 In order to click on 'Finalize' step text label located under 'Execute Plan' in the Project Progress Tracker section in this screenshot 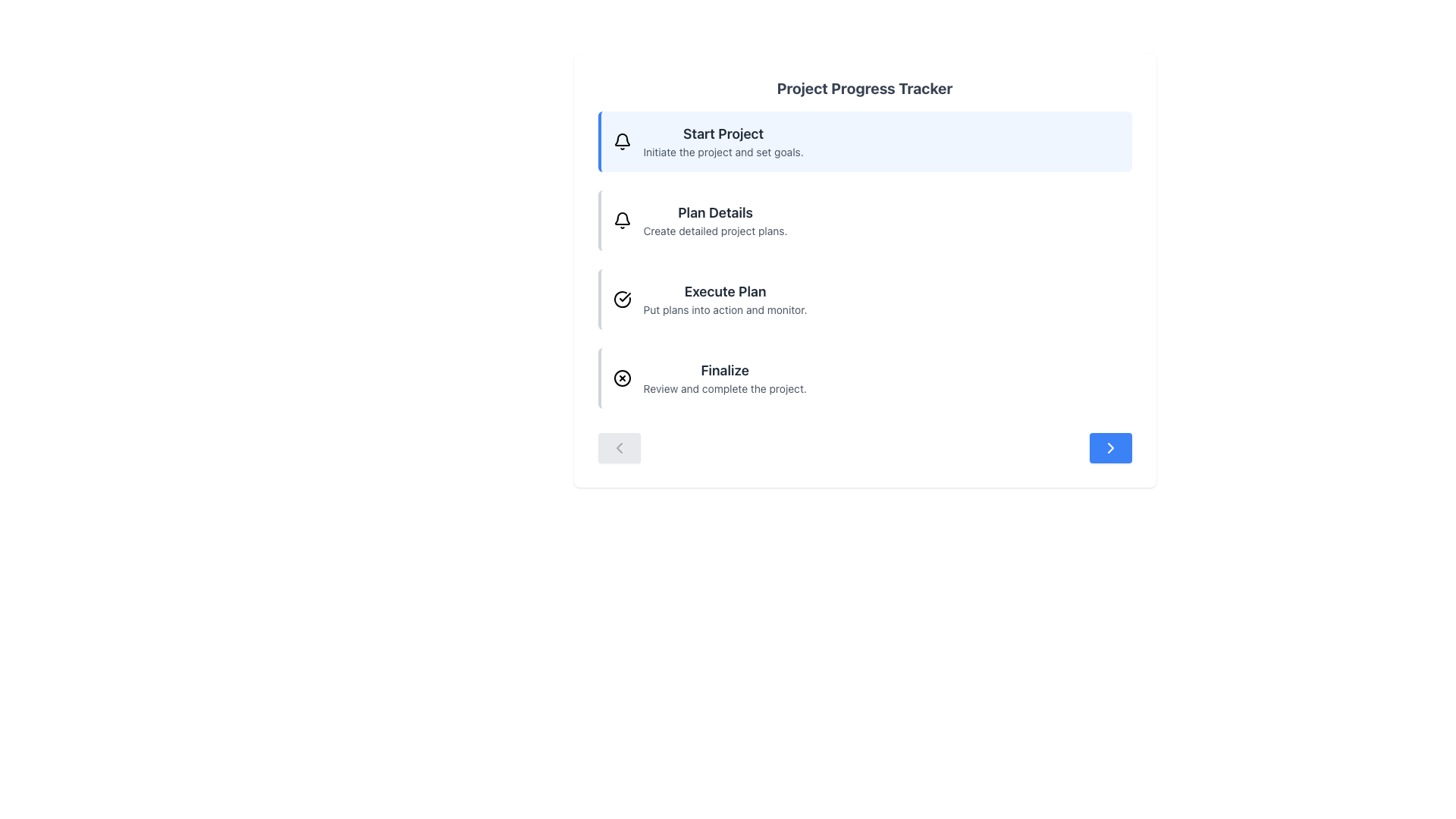, I will do `click(724, 377)`.